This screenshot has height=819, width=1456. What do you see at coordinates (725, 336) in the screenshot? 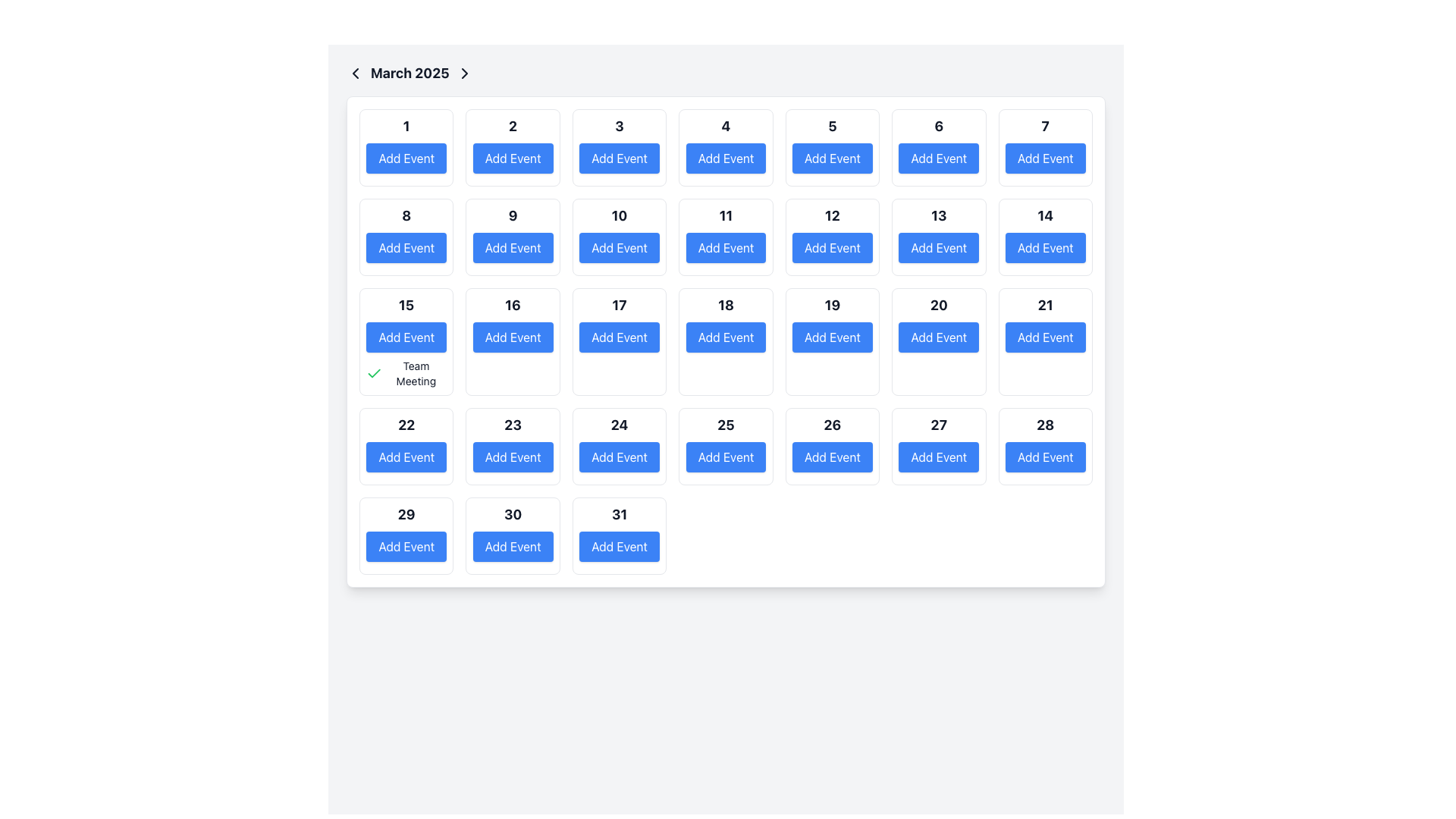
I see `the 'Add Event' button located in the calendar interface for March 18` at bounding box center [725, 336].